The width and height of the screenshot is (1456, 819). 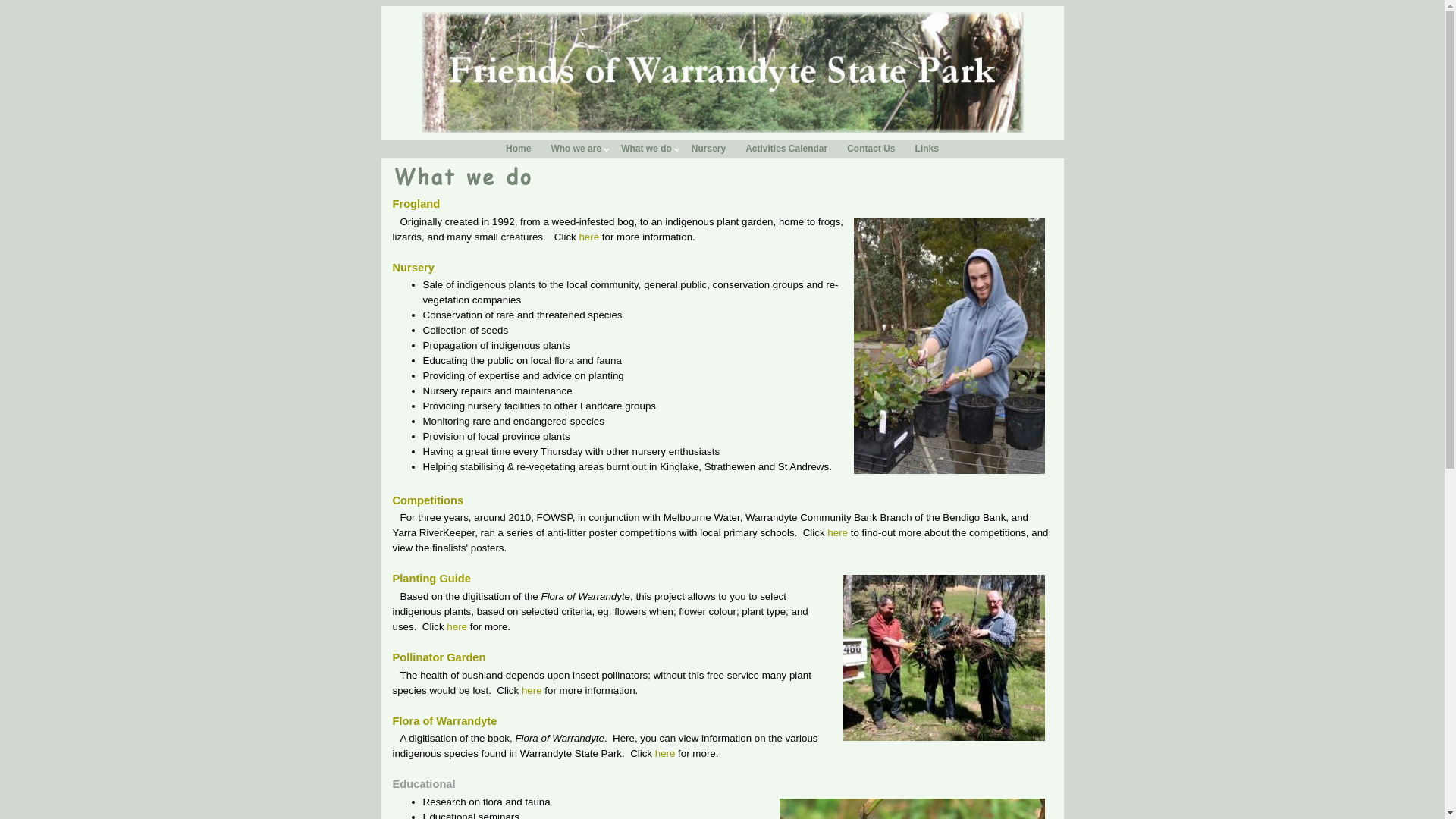 What do you see at coordinates (786, 149) in the screenshot?
I see `'Activities Calendar'` at bounding box center [786, 149].